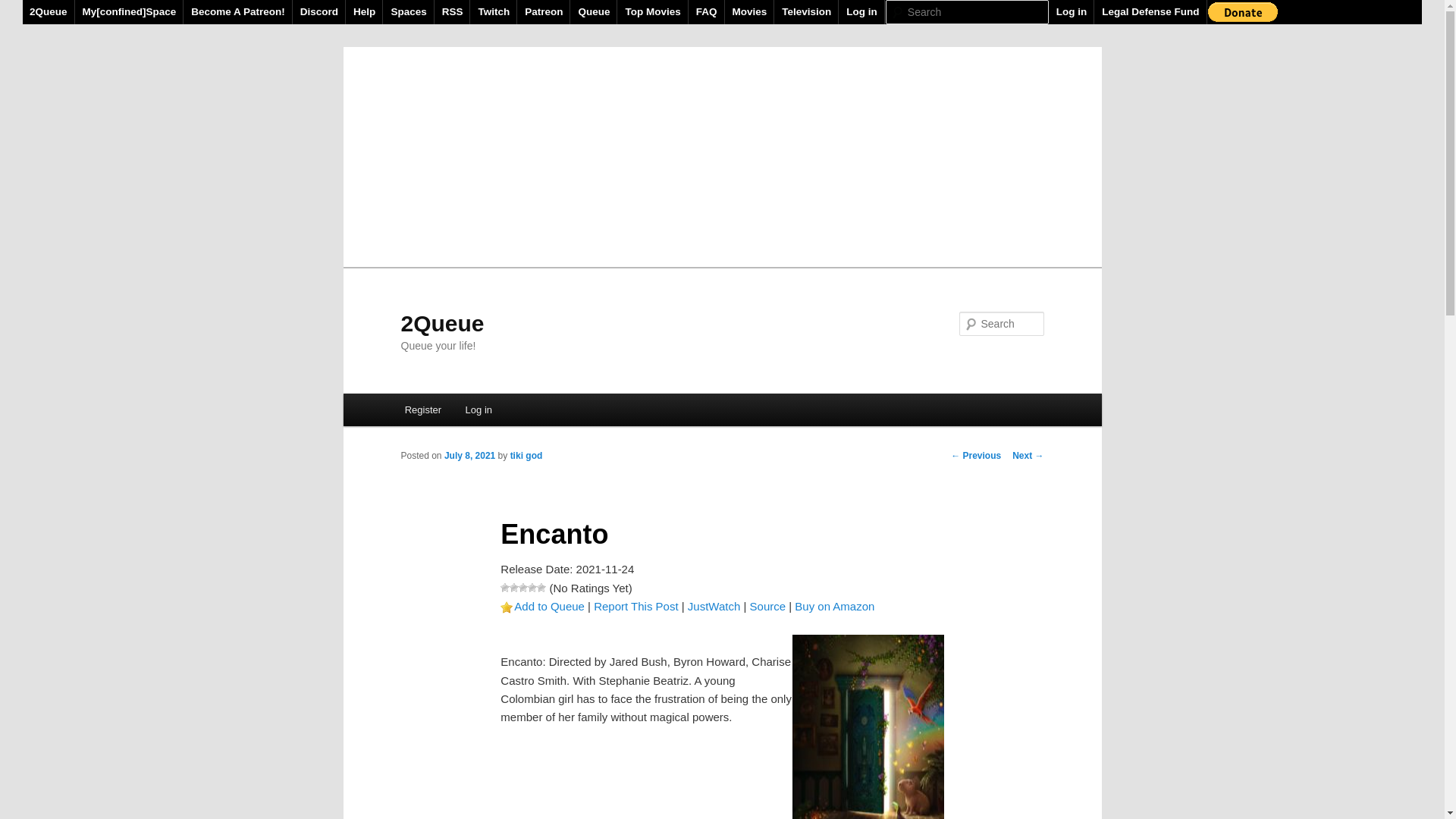  I want to click on '2 Stars', so click(513, 587).